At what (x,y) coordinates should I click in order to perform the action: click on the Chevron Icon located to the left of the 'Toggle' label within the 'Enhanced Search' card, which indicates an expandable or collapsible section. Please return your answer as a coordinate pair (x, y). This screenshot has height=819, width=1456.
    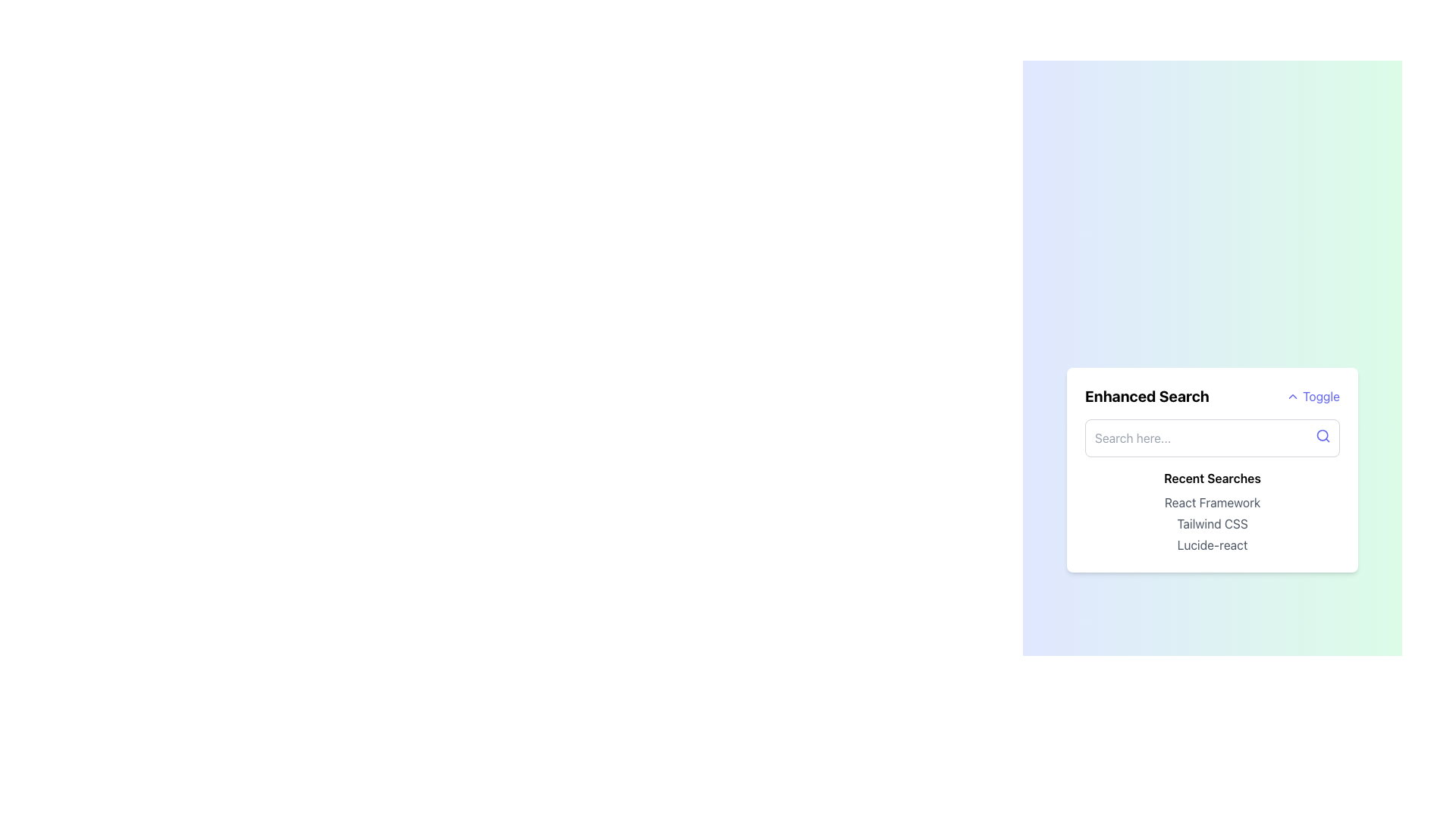
    Looking at the image, I should click on (1292, 396).